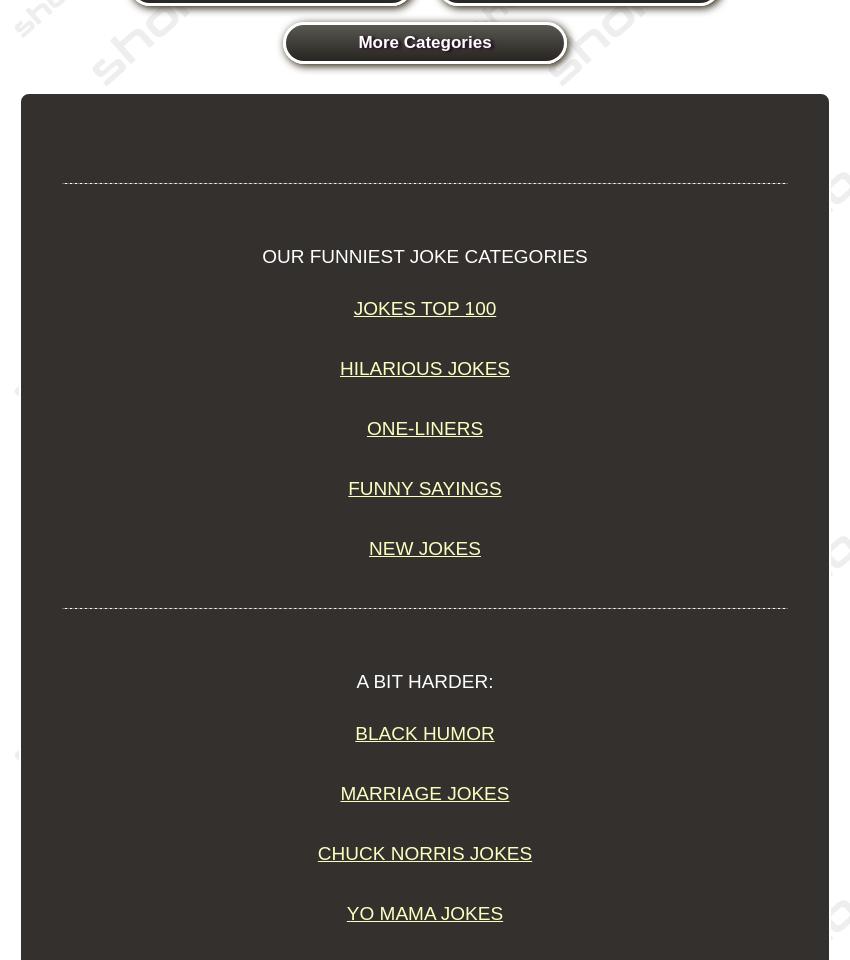 The width and height of the screenshot is (850, 960). What do you see at coordinates (425, 367) in the screenshot?
I see `'Hilarious Jokes'` at bounding box center [425, 367].